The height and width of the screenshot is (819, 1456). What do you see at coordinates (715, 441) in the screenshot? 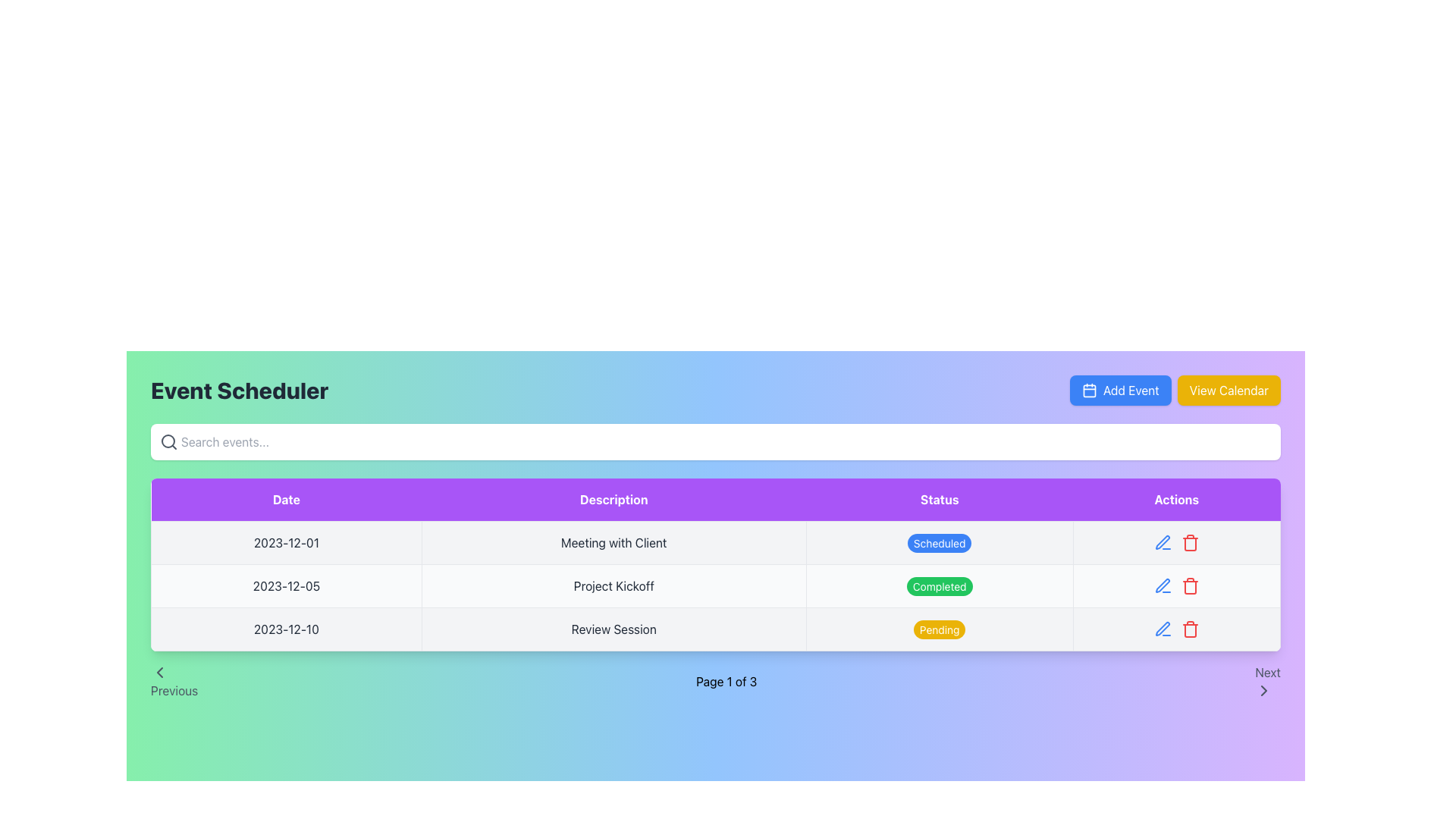
I see `the text input field for searching events, which is styled with a rounded border and shadow effect, located near the top of the main content area under the 'Event Scheduler' header` at bounding box center [715, 441].